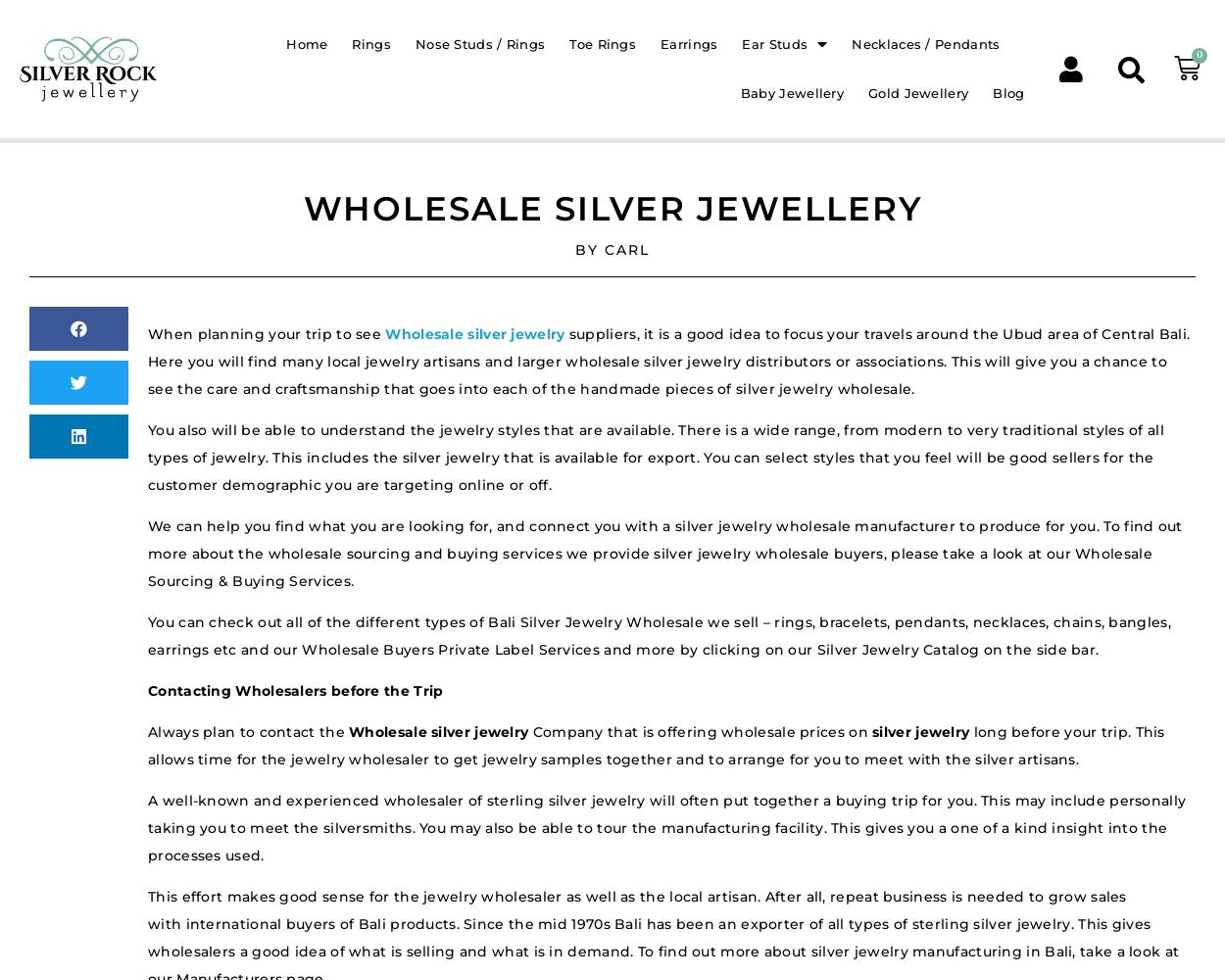 This screenshot has width=1225, height=980. What do you see at coordinates (872, 731) in the screenshot?
I see `'silver jewelry'` at bounding box center [872, 731].